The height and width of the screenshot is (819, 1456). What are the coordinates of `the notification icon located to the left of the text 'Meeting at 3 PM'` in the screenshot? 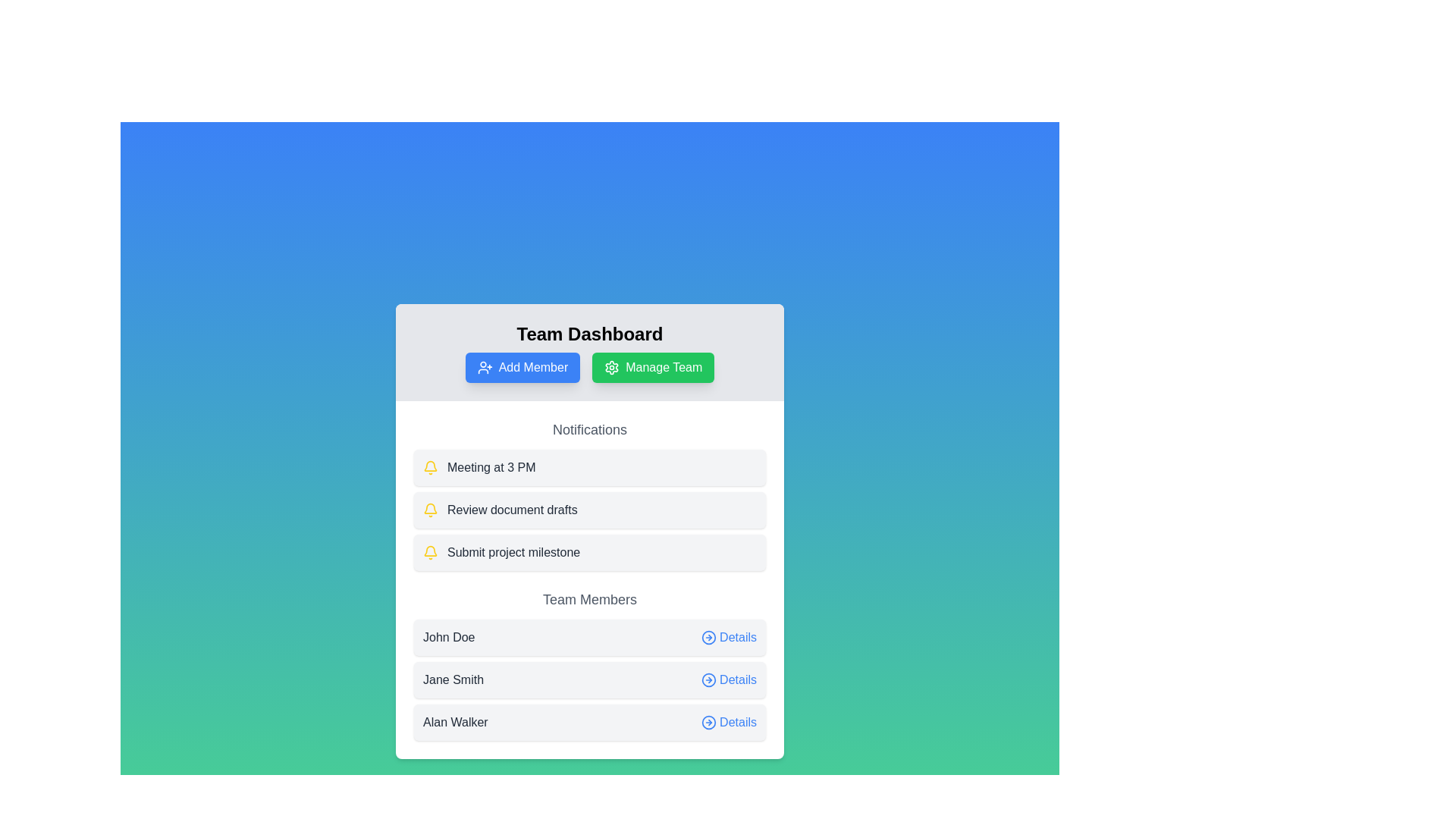 It's located at (429, 467).